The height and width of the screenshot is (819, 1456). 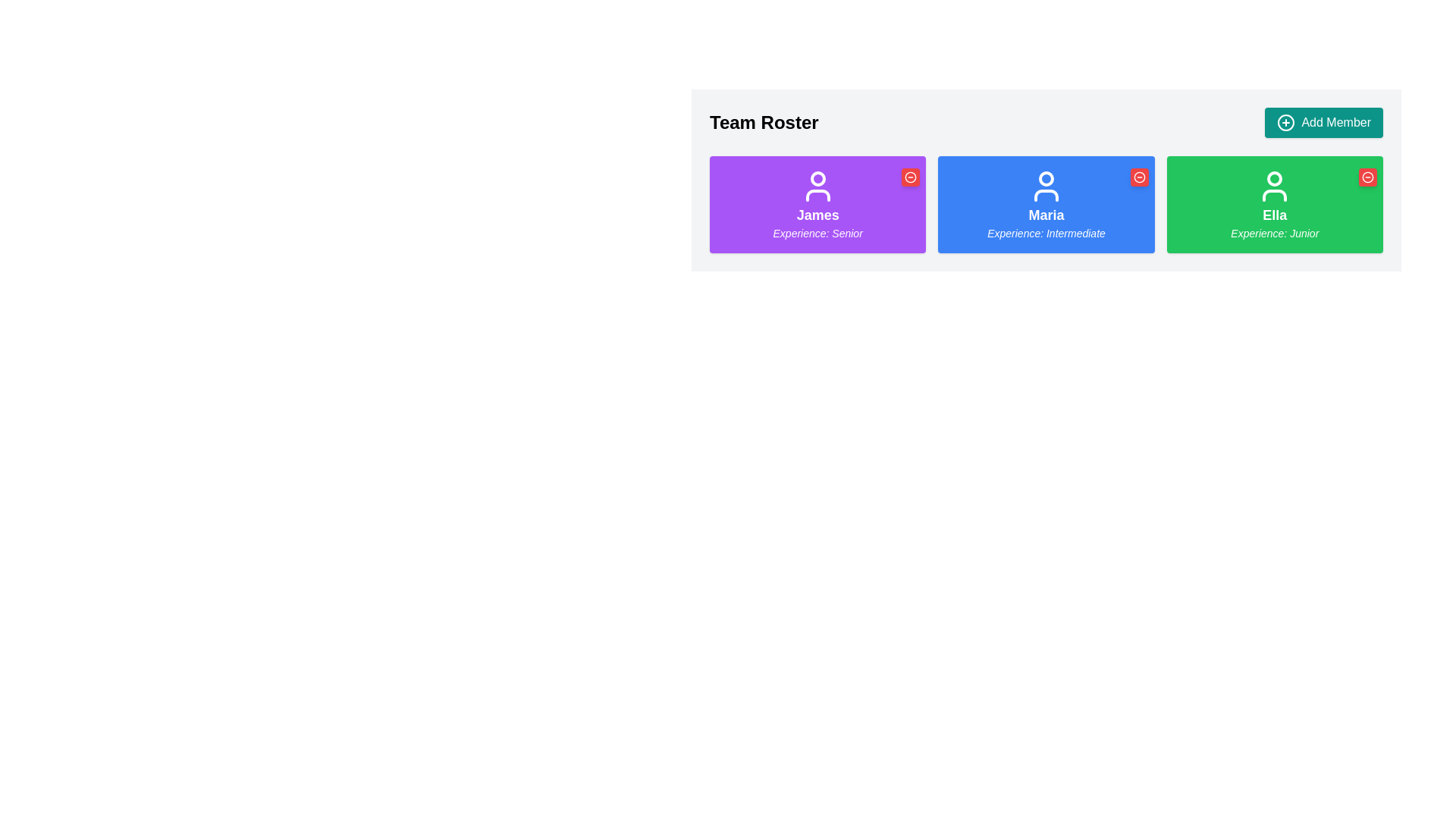 What do you see at coordinates (1139, 177) in the screenshot?
I see `the circular red minus button located at the upper-right corner of the 'Maria' team member card to trigger a tooltip` at bounding box center [1139, 177].